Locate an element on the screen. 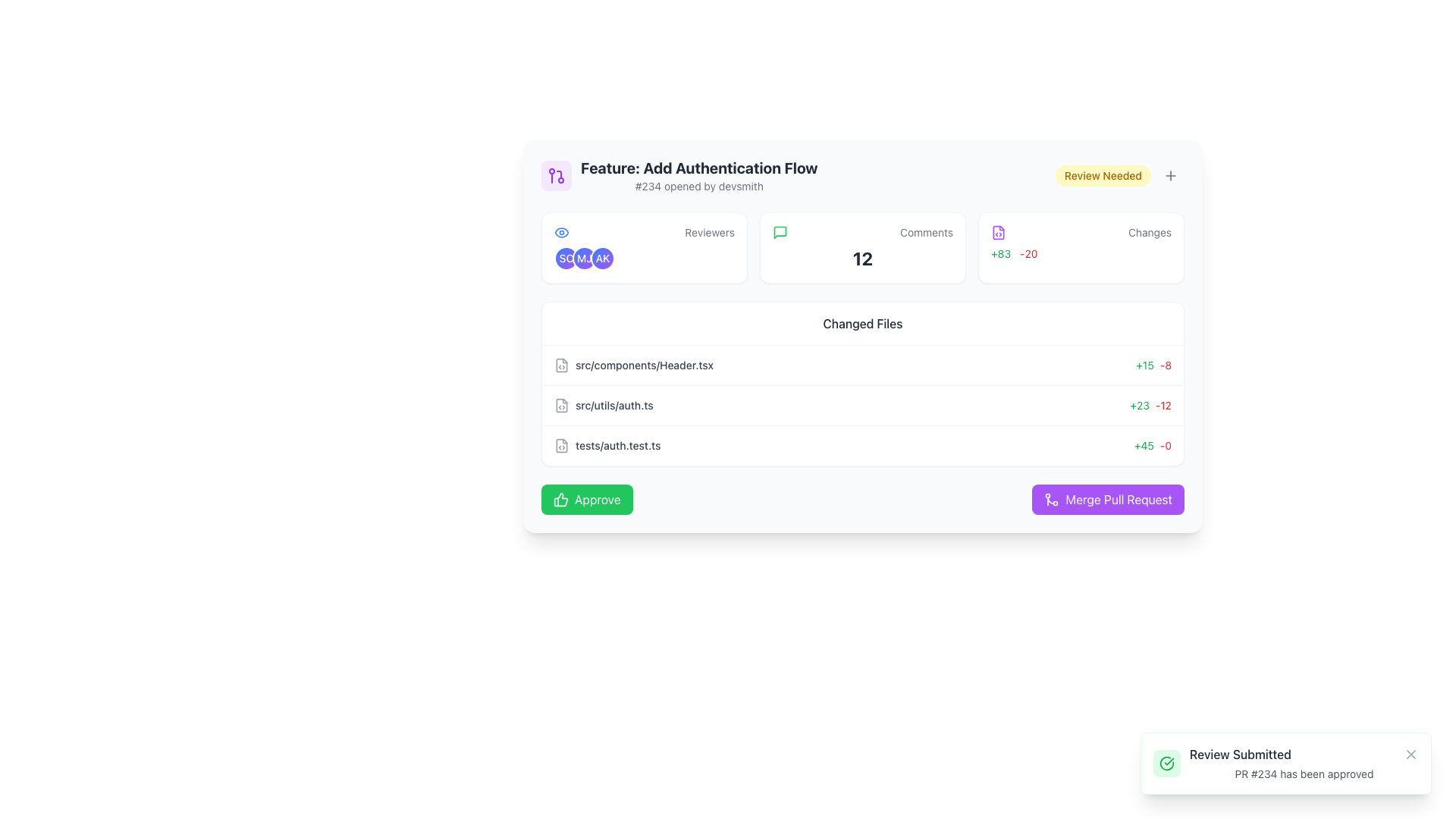  the Informational panel that indicates the number of comments, located in the second column of the three-column grid layout, between the 'Reviewers' and 'Changes' panels is located at coordinates (862, 247).